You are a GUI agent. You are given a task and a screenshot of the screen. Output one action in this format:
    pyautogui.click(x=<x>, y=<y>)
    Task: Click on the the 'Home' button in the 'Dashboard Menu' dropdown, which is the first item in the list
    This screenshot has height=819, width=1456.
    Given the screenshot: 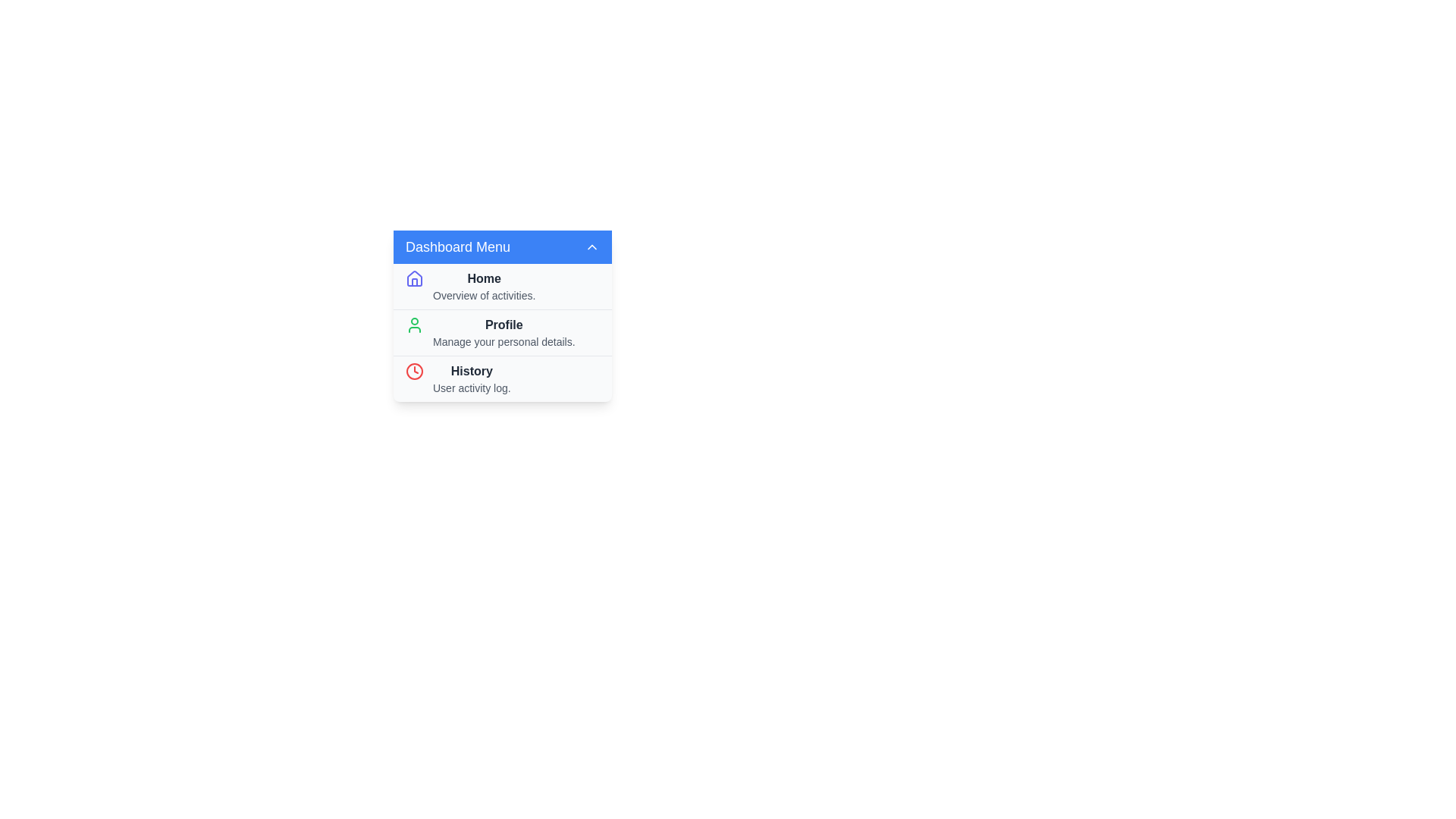 What is the action you would take?
    pyautogui.click(x=502, y=287)
    